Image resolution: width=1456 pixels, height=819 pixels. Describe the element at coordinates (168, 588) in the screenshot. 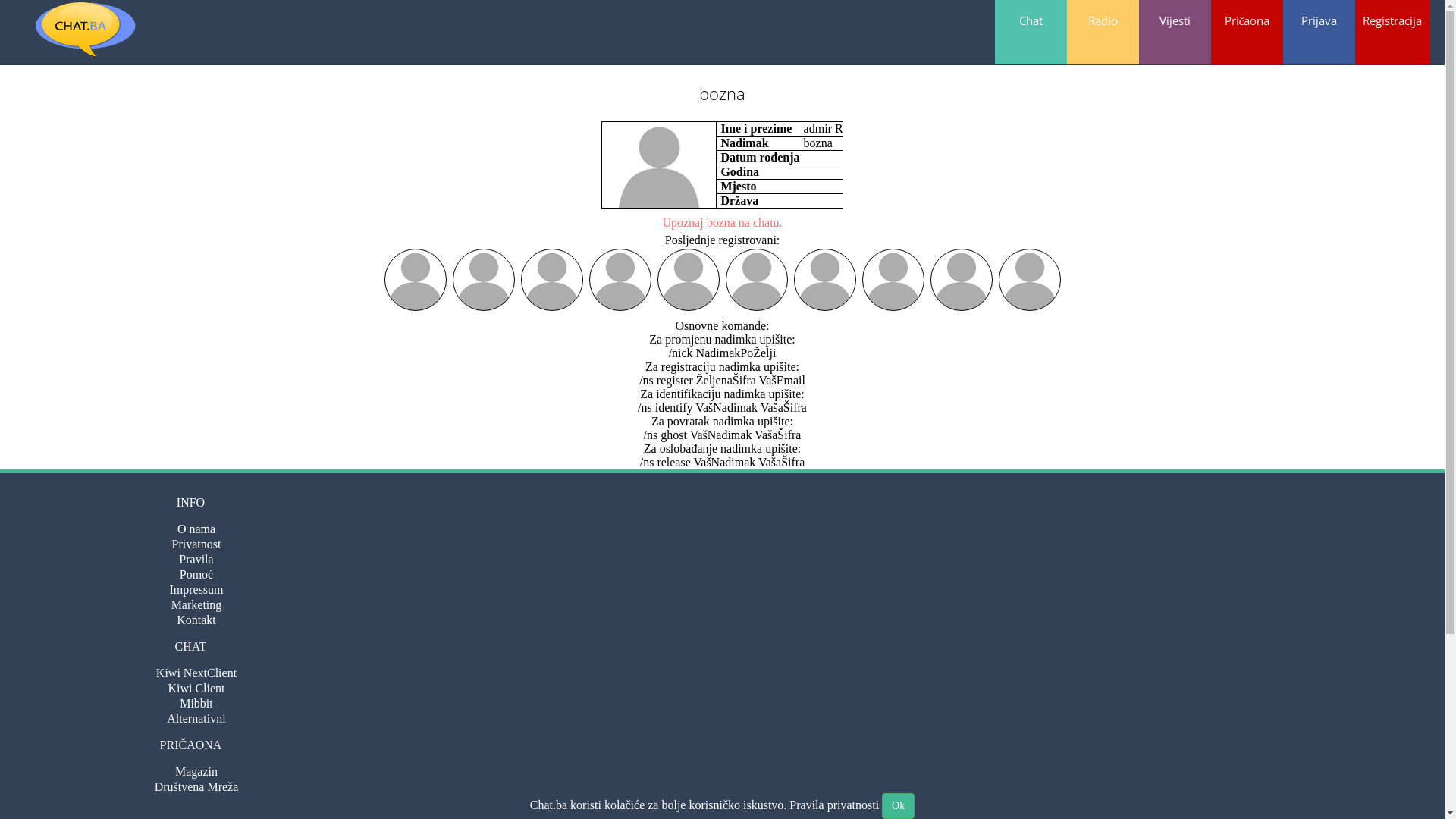

I see `'Impressum'` at that location.